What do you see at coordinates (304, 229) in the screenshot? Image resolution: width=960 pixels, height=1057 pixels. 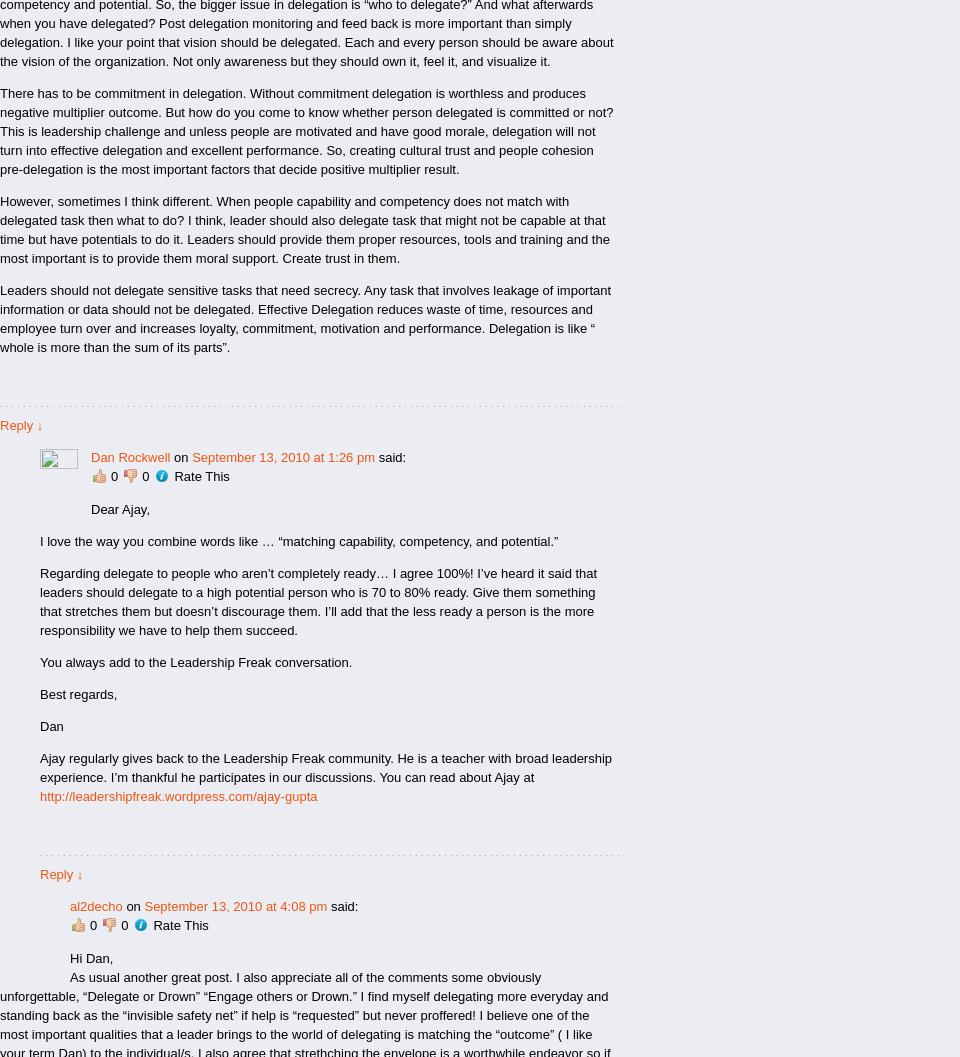 I see `'However, sometimes I think different. When people capability and competency does not match with delegated task then what to do? I think, leader should also delegate task that might not be capable at that time but have potentials to do it. Leaders should provide them proper resources, tools and training and the most important is to provide them moral support. Create trust in them.'` at bounding box center [304, 229].